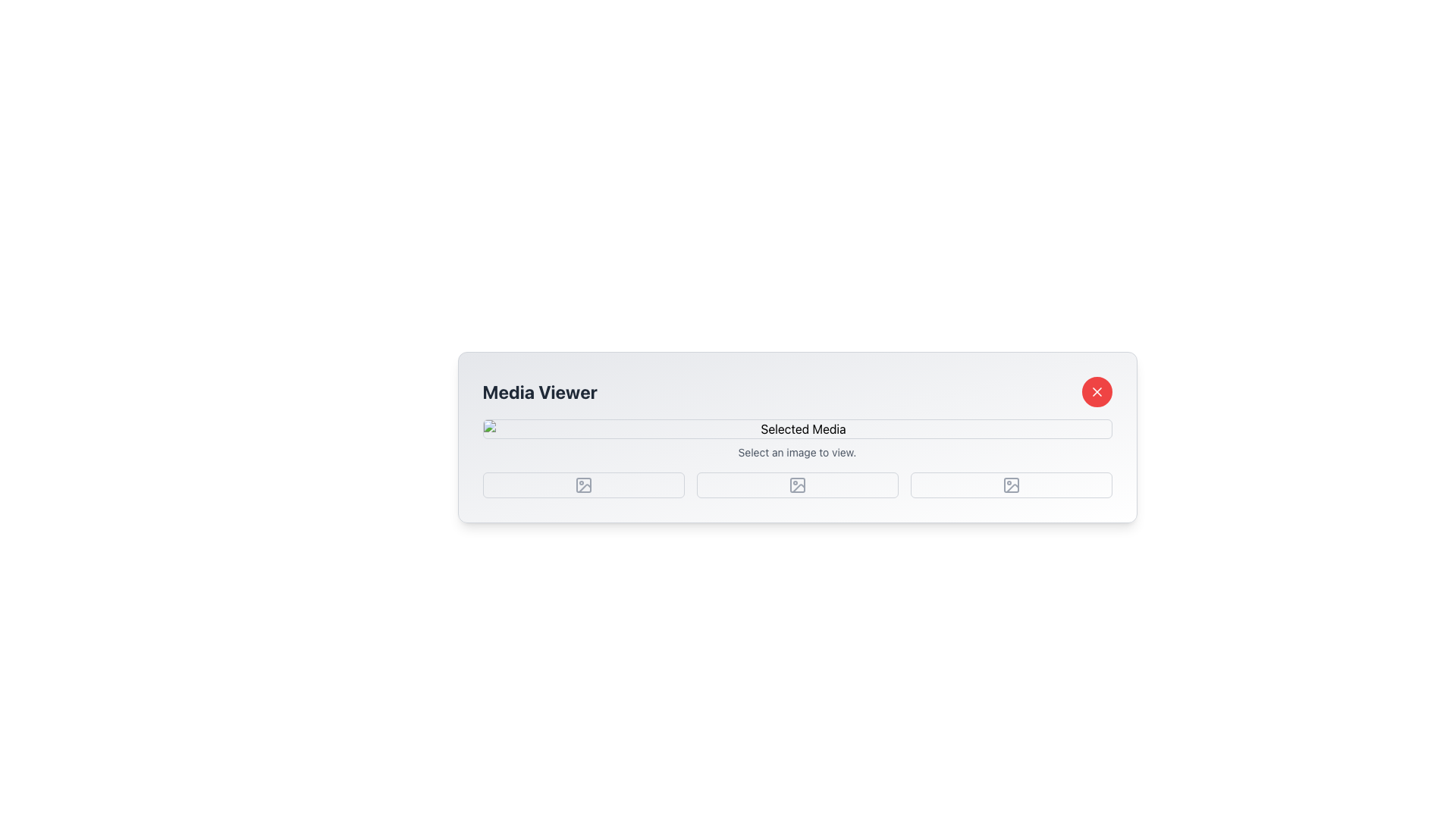 The image size is (1456, 819). Describe the element at coordinates (796, 452) in the screenshot. I see `informational text located near the center of the interface, under the 'Selected Media' placeholder image` at that location.